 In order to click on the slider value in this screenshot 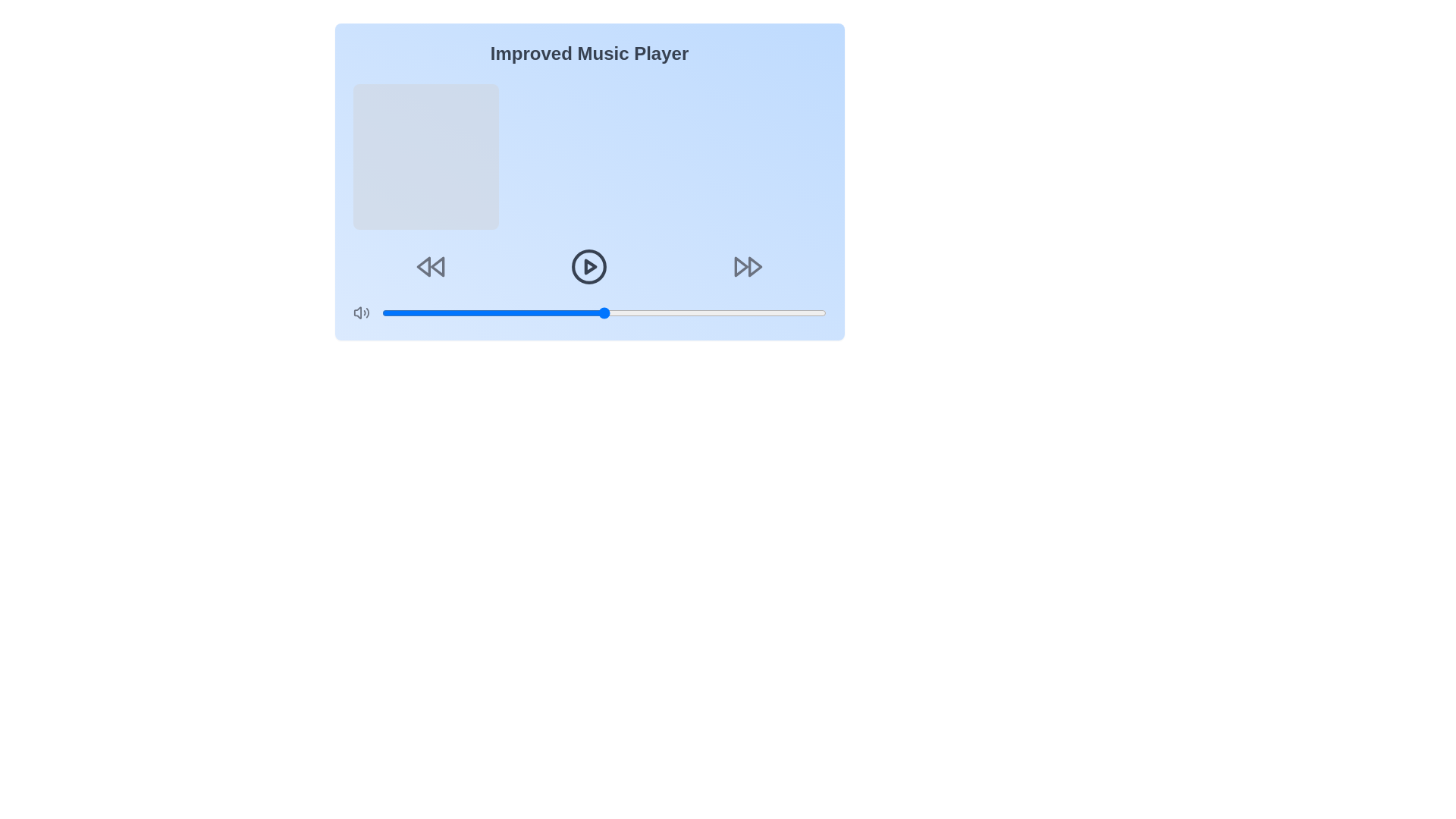, I will do `click(613, 312)`.